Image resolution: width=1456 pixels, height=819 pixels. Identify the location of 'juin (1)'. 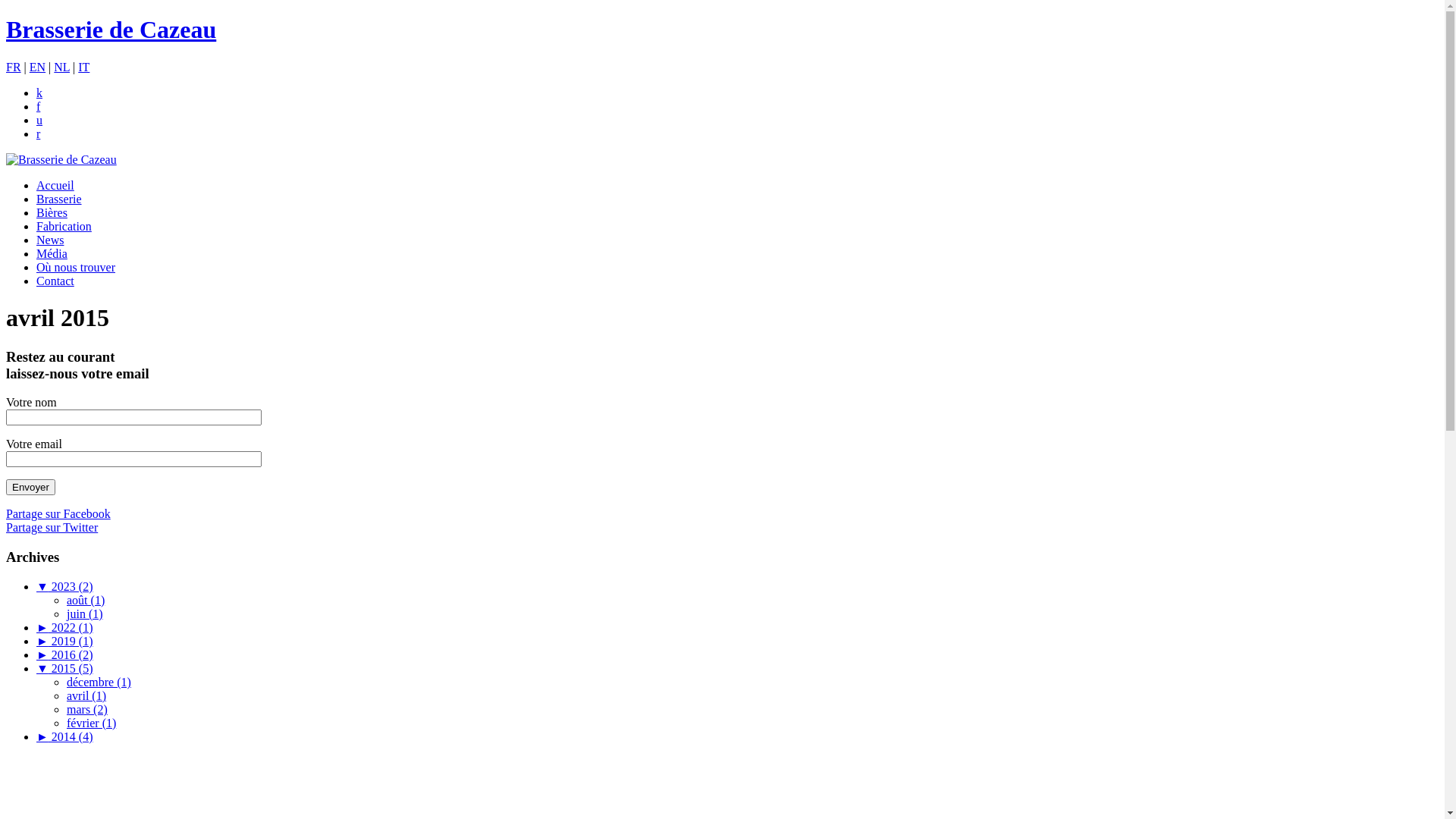
(83, 613).